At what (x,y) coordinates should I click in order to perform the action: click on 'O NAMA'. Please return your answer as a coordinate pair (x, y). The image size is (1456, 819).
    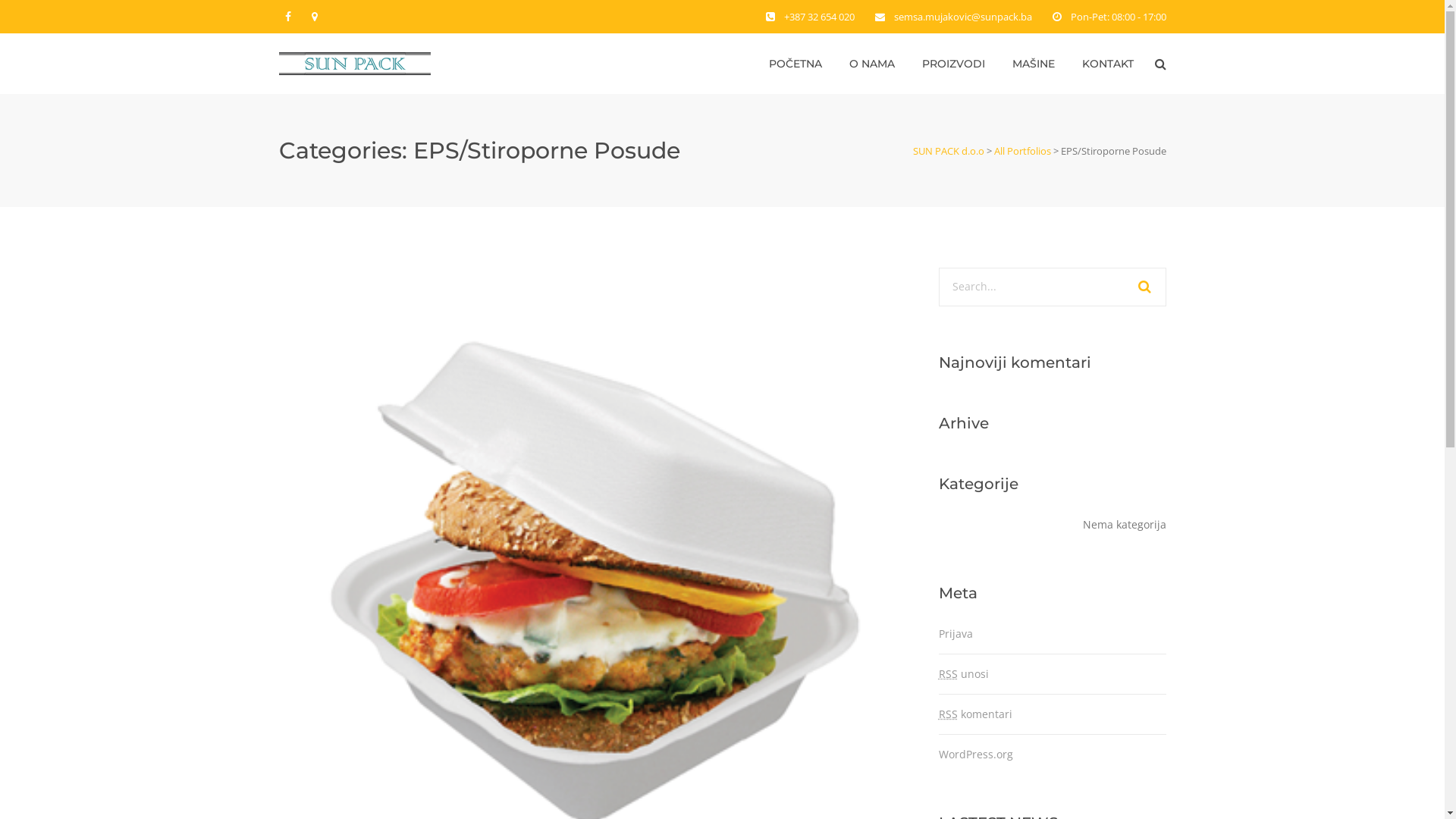
    Looking at the image, I should click on (872, 63).